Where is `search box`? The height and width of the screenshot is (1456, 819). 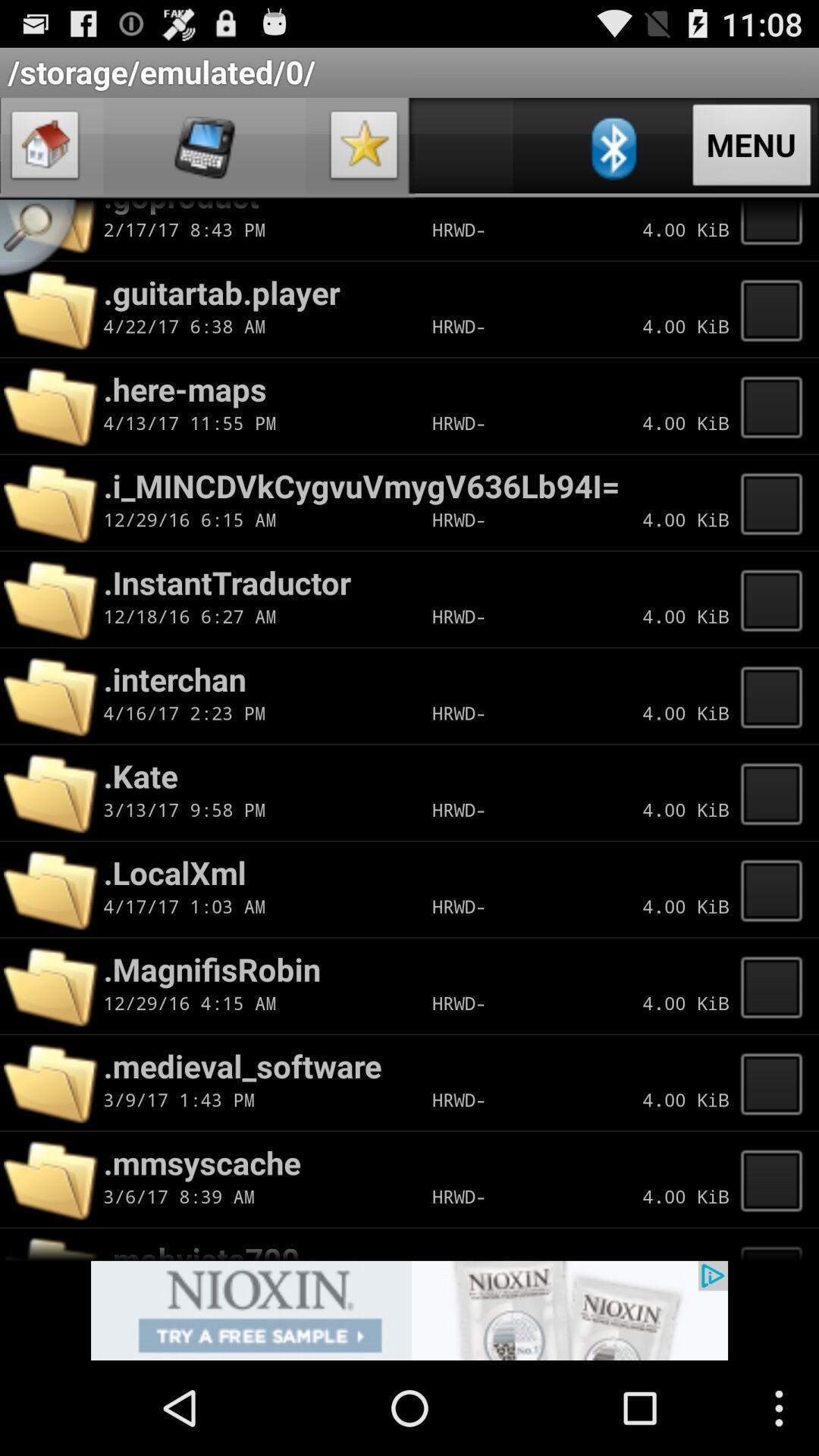
search box is located at coordinates (42, 243).